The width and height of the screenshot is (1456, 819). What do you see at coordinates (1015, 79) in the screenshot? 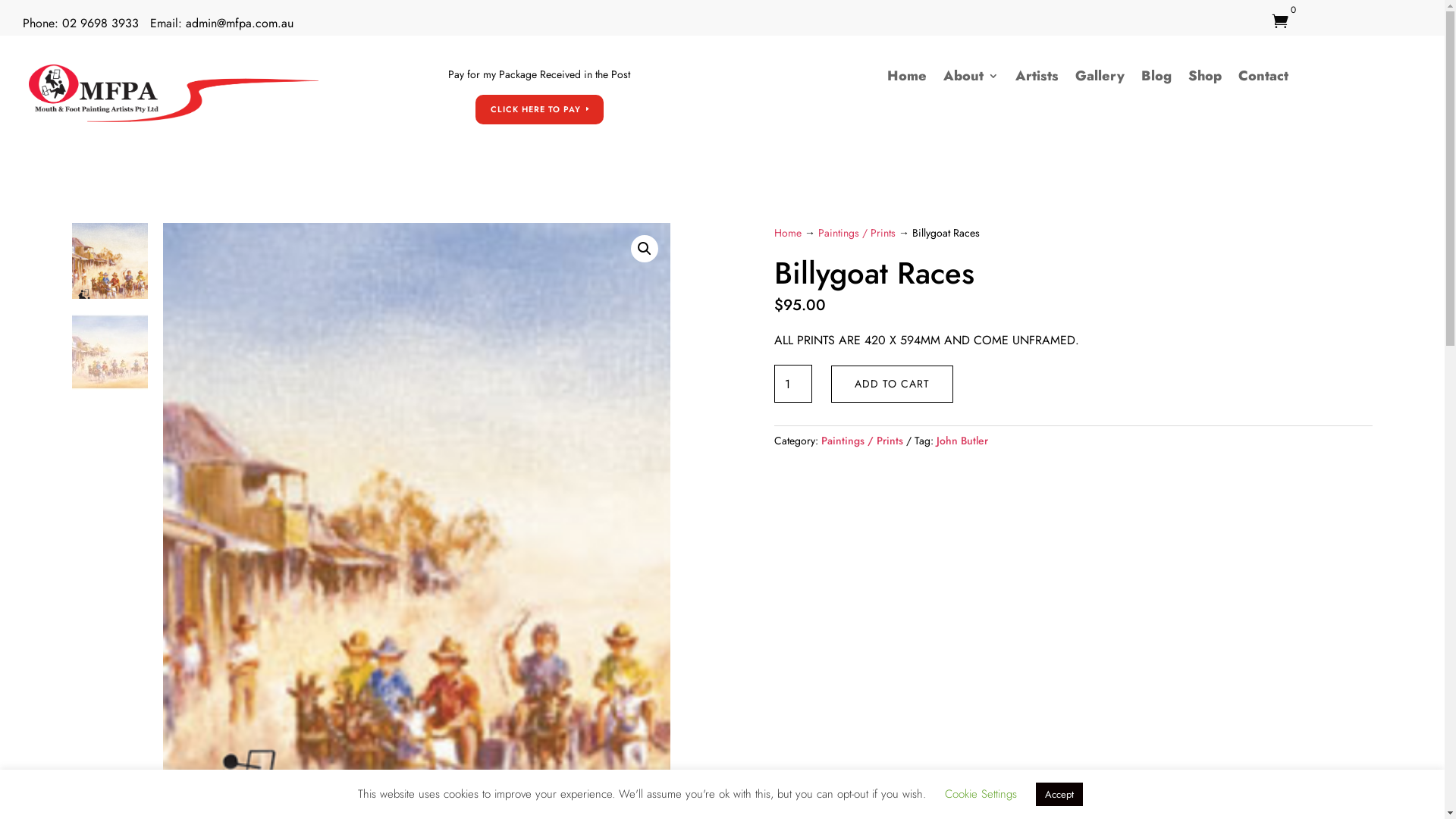
I see `'Artists'` at bounding box center [1015, 79].